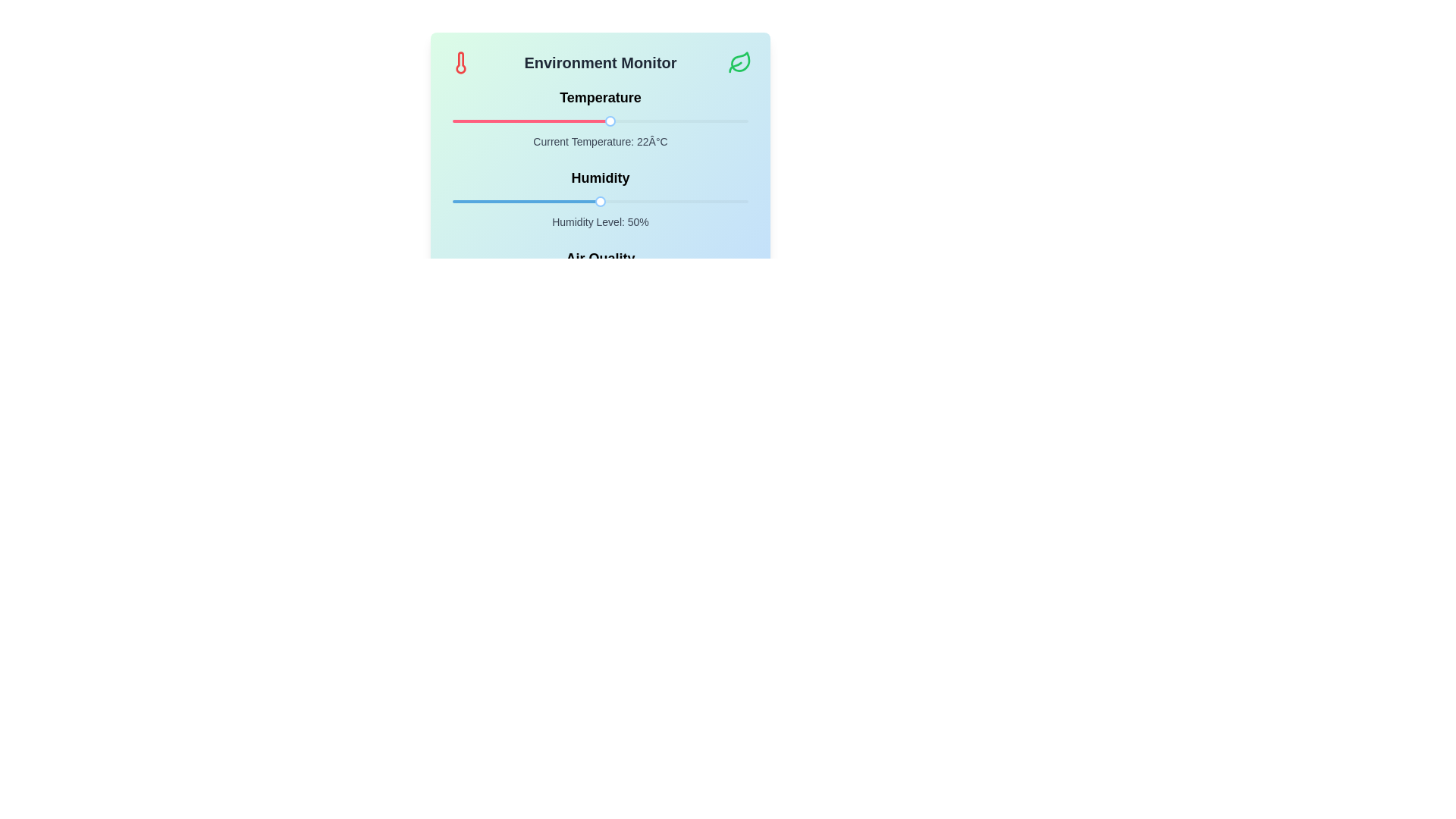 Image resolution: width=1456 pixels, height=819 pixels. Describe the element at coordinates (595, 120) in the screenshot. I see `the temperature slider` at that location.